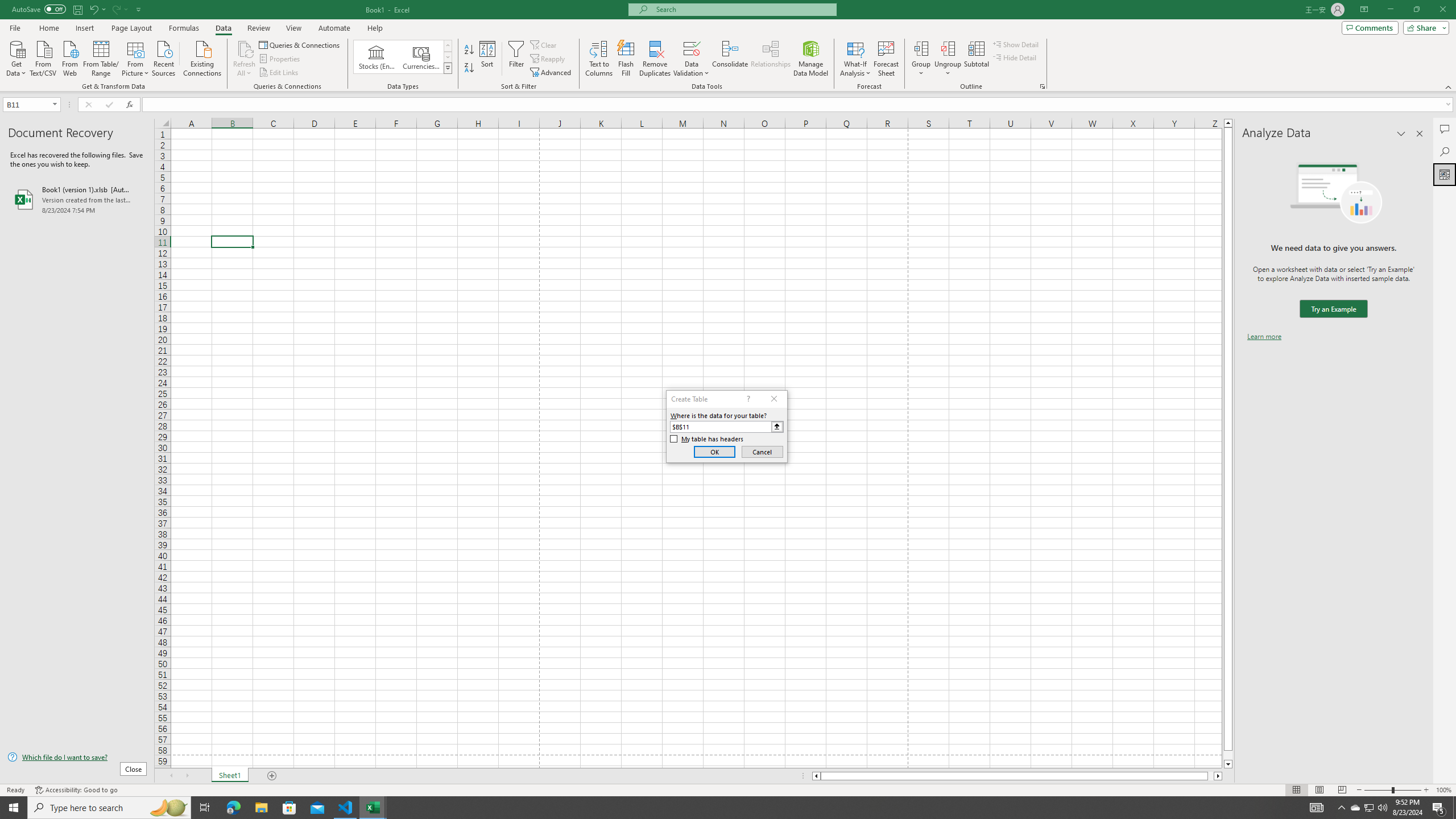  I want to click on 'Page Layout', so click(131, 28).